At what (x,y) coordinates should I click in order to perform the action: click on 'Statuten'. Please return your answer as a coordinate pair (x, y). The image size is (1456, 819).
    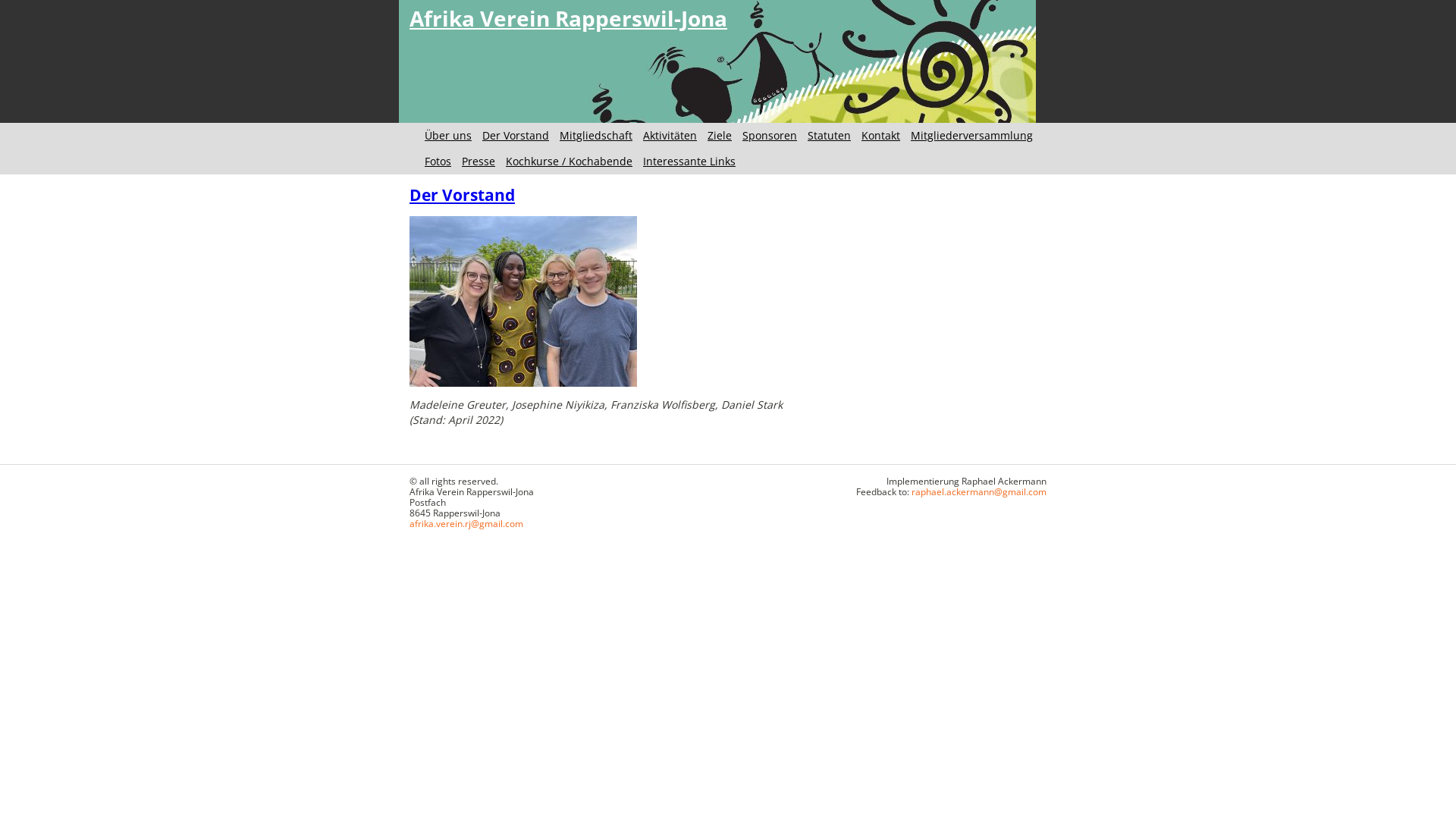
    Looking at the image, I should click on (828, 134).